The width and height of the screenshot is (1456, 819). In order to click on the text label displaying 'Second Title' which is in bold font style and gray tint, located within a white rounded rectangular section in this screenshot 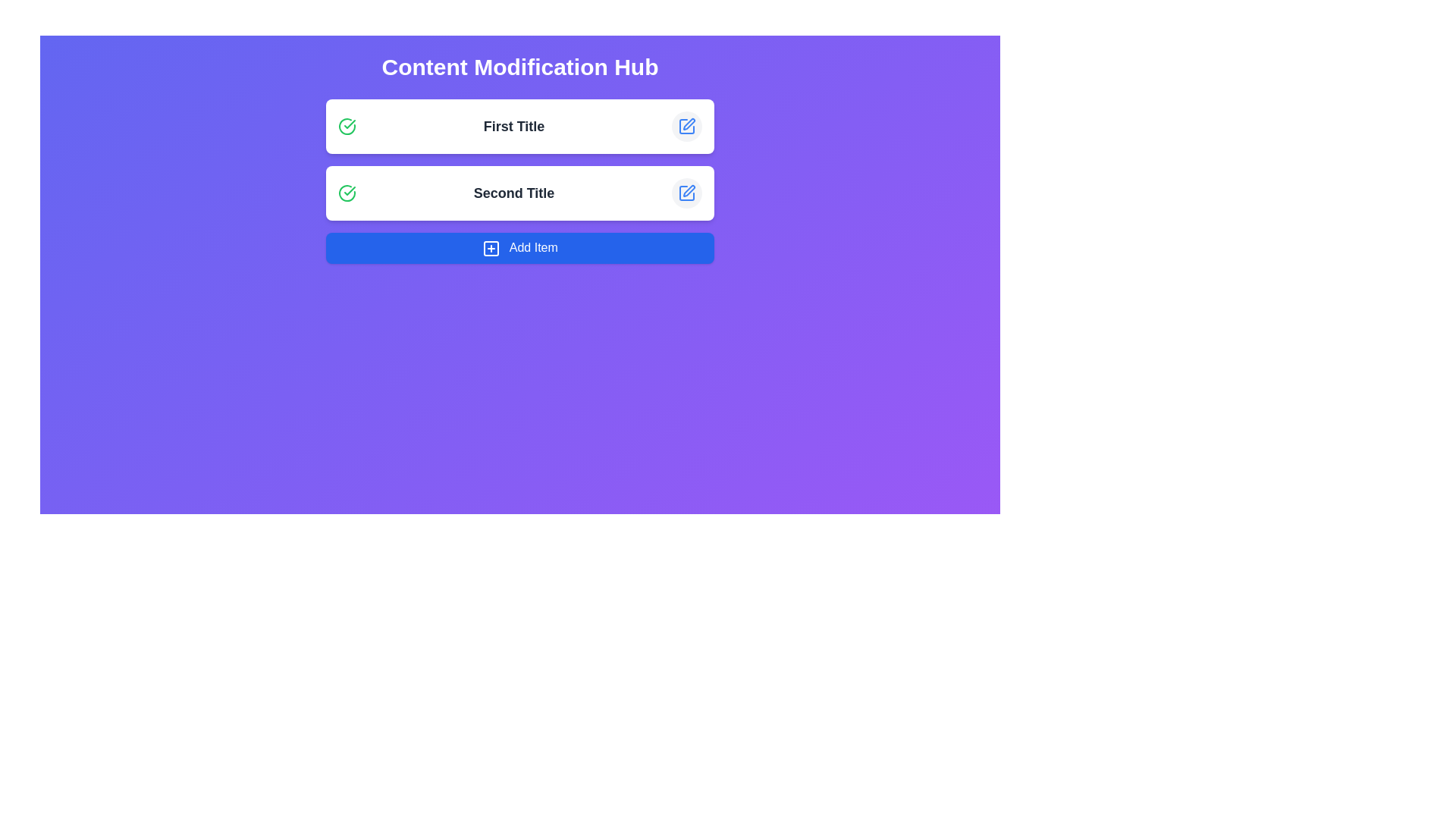, I will do `click(513, 192)`.